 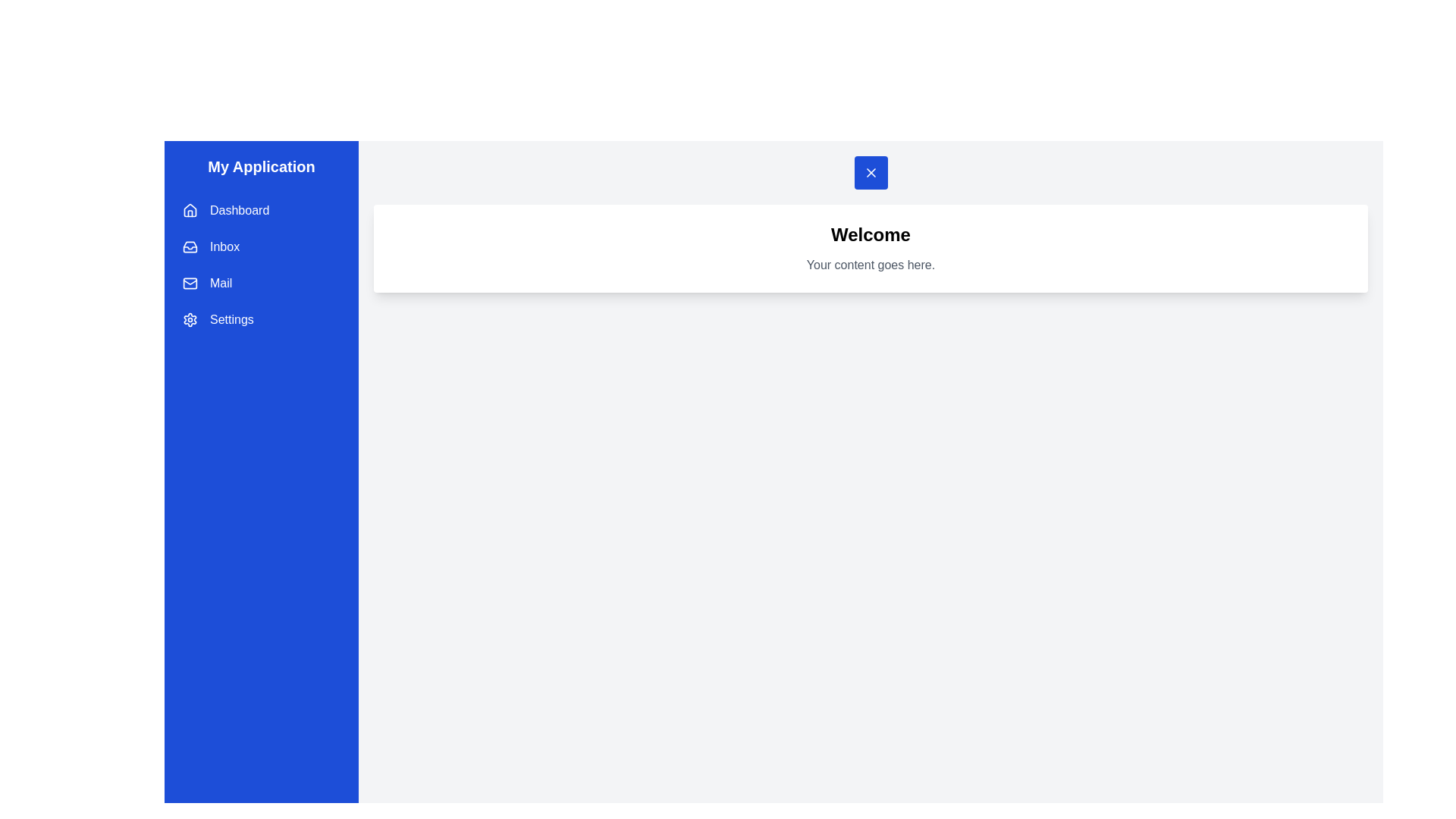 I want to click on the menu item Settings from the drawer, so click(x=262, y=318).